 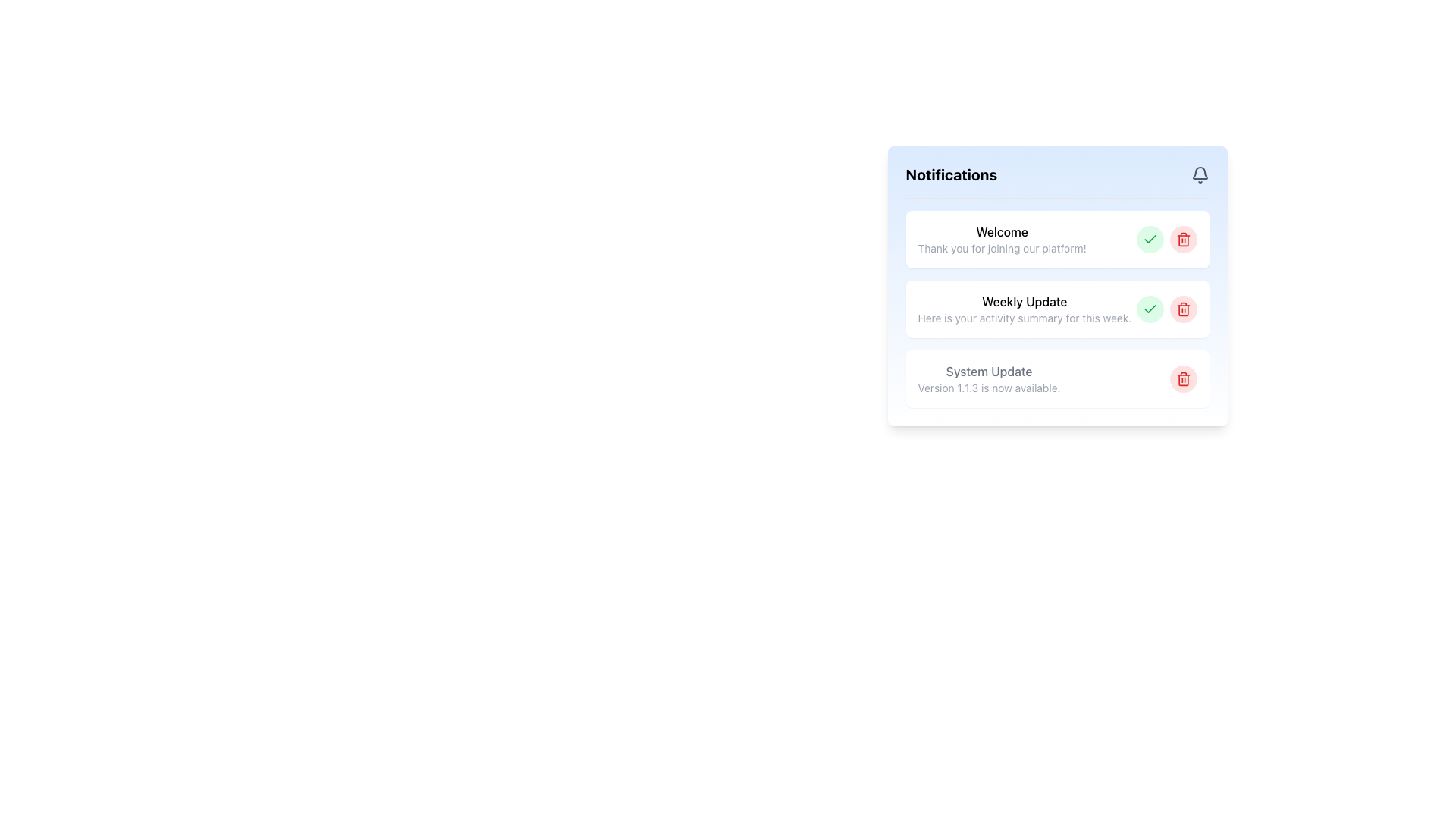 I want to click on the trash icon button, which is a red icon symbolizing deletion, located at the bottom-right corner of the 'System Update' notification card, so click(x=1182, y=378).